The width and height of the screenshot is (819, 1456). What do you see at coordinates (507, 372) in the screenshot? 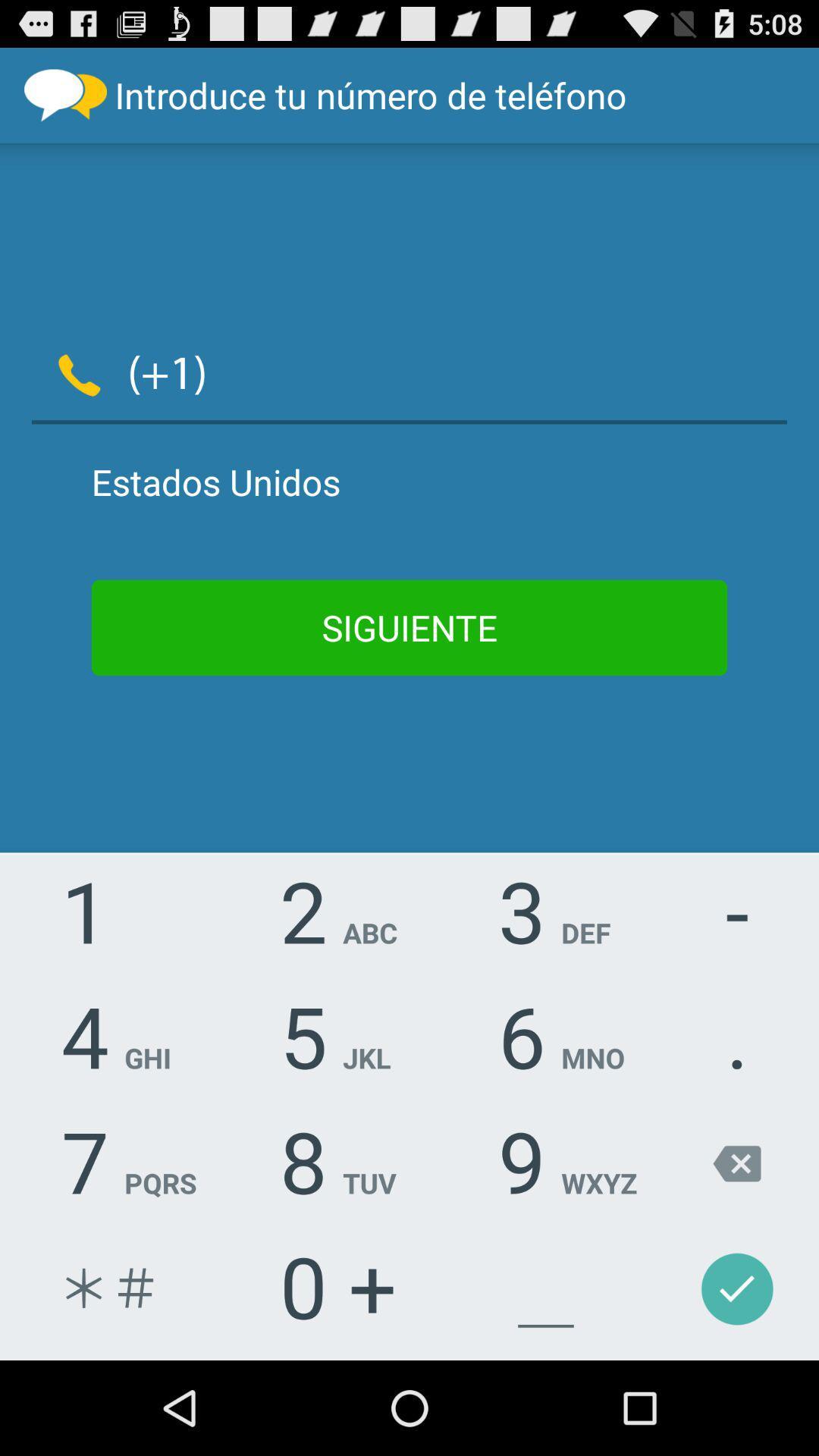
I see `ender the text box` at bounding box center [507, 372].